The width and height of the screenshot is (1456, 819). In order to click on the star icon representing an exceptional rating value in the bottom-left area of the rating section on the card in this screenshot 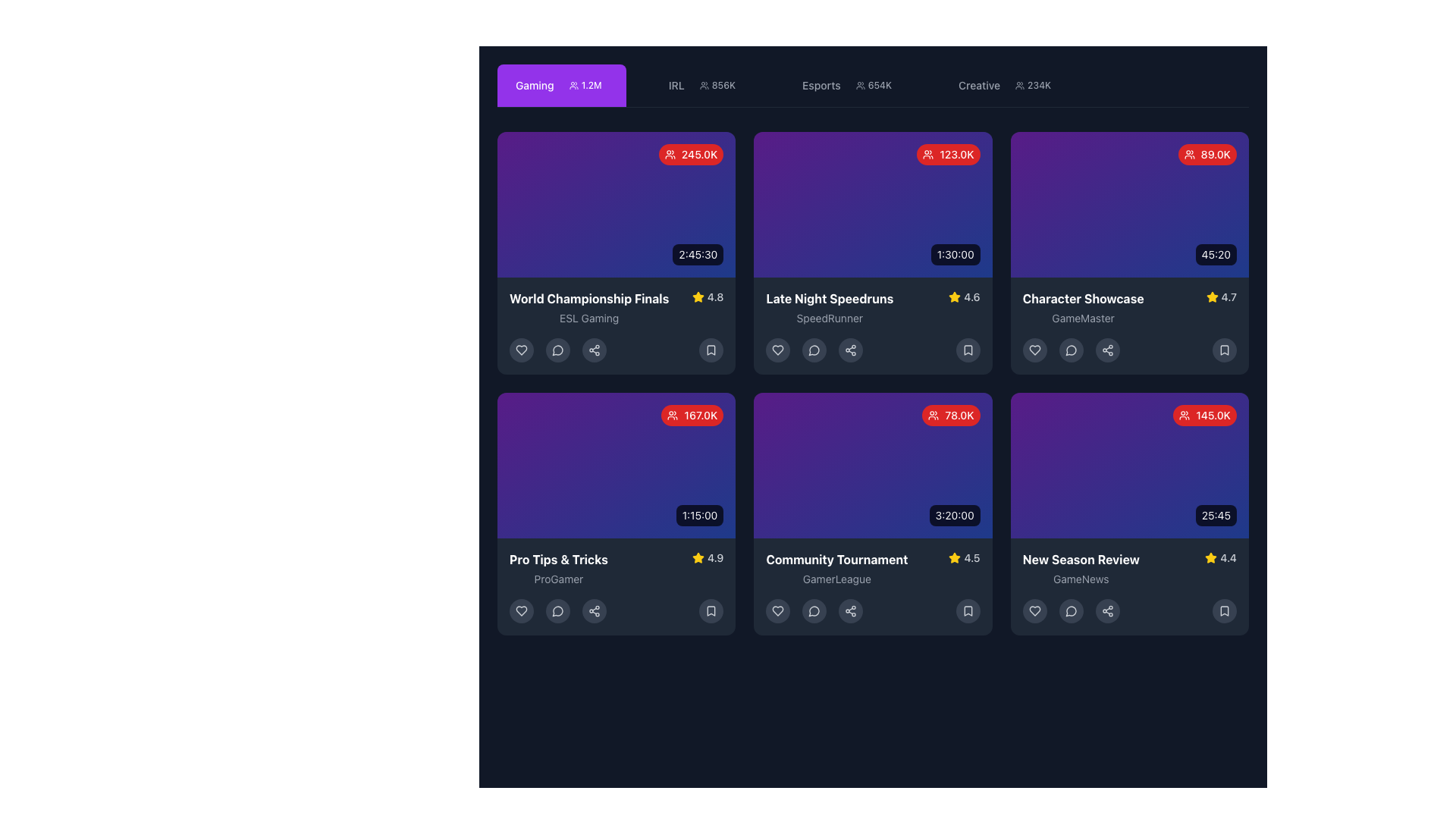, I will do `click(698, 558)`.